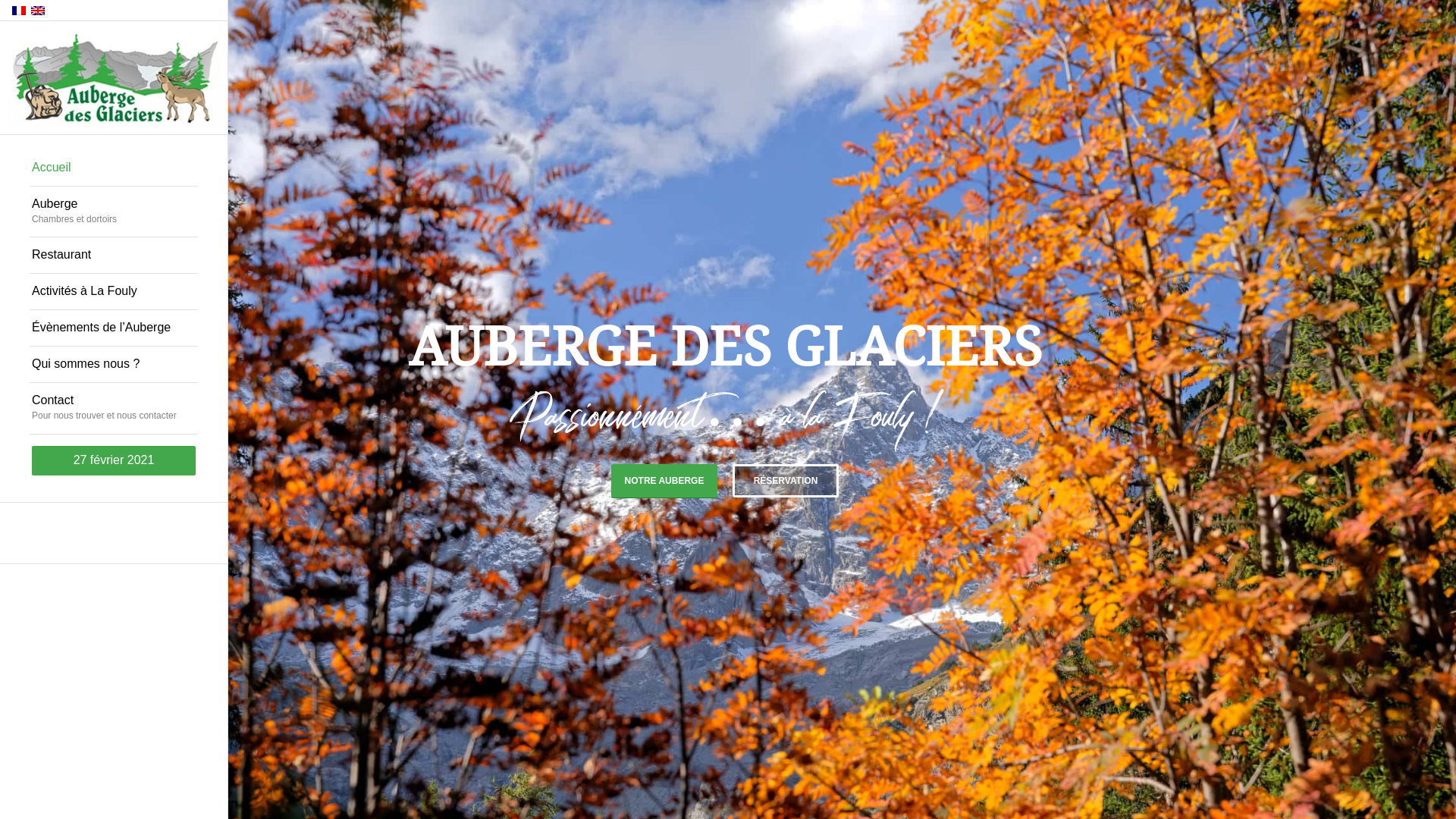 The height and width of the screenshot is (819, 1456). I want to click on 'Accueil', so click(112, 168).